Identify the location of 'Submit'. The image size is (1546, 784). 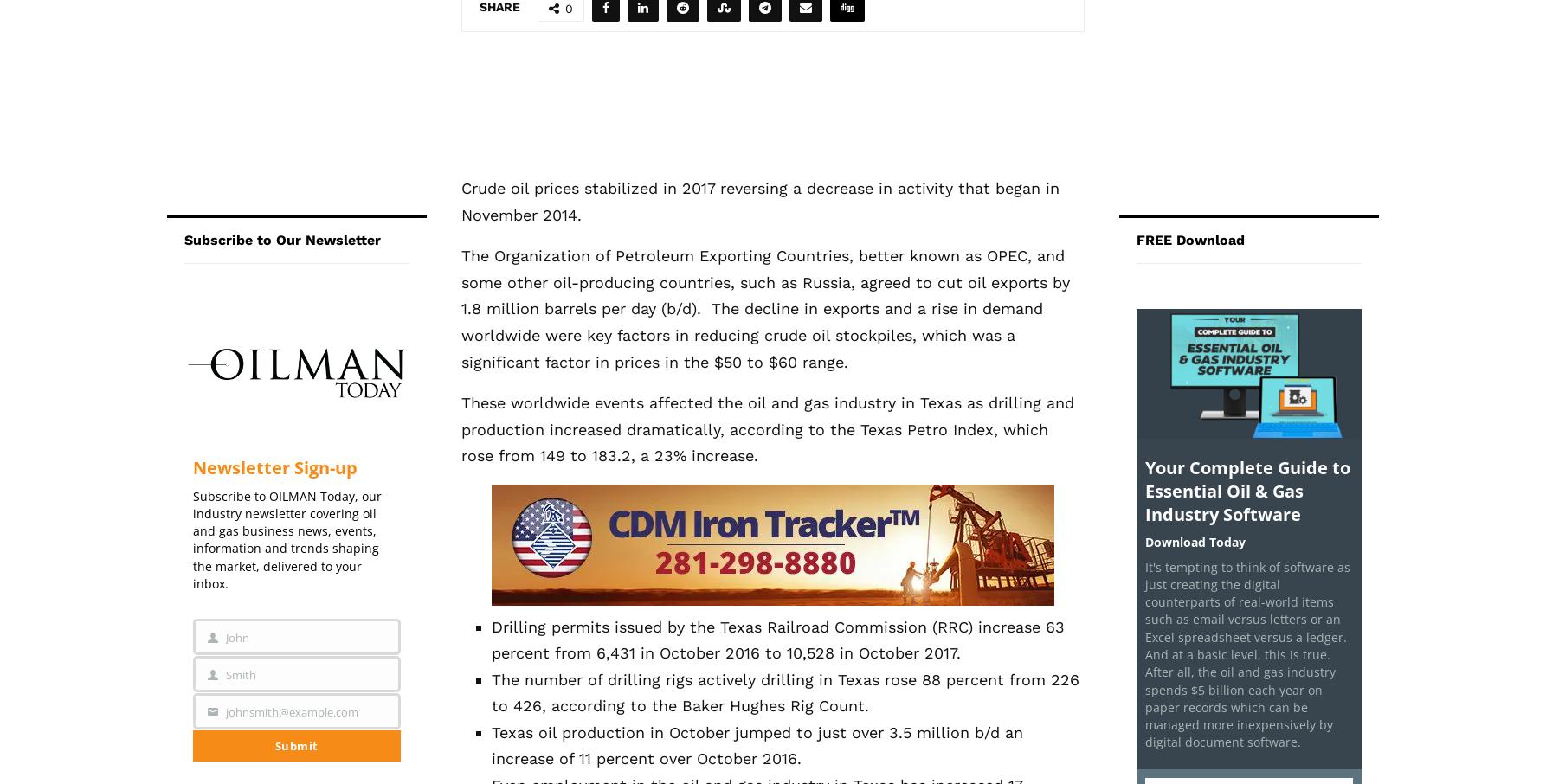
(296, 744).